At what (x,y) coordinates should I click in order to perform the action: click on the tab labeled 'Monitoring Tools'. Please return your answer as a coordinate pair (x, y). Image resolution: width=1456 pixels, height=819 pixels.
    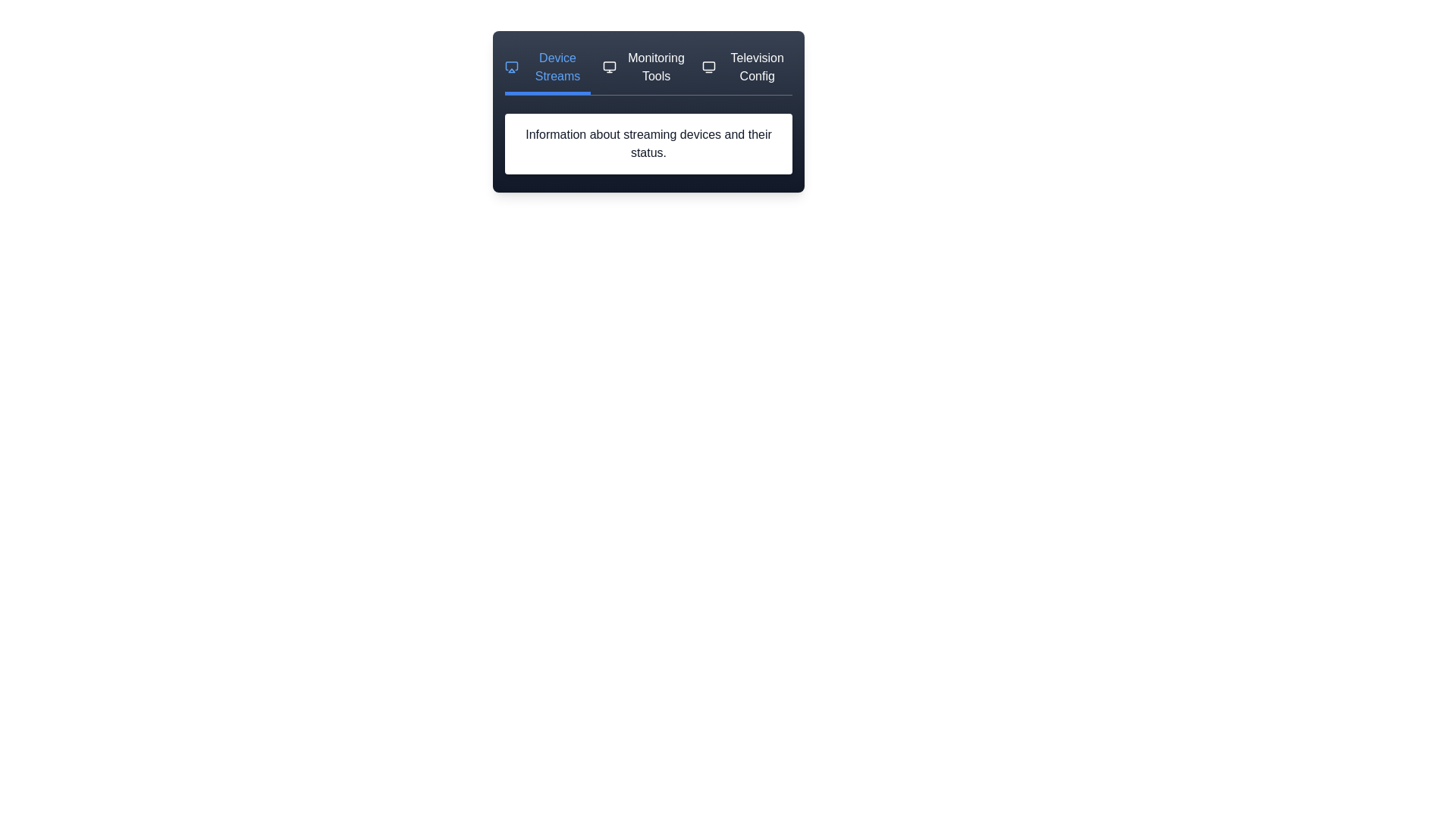
    Looking at the image, I should click on (645, 72).